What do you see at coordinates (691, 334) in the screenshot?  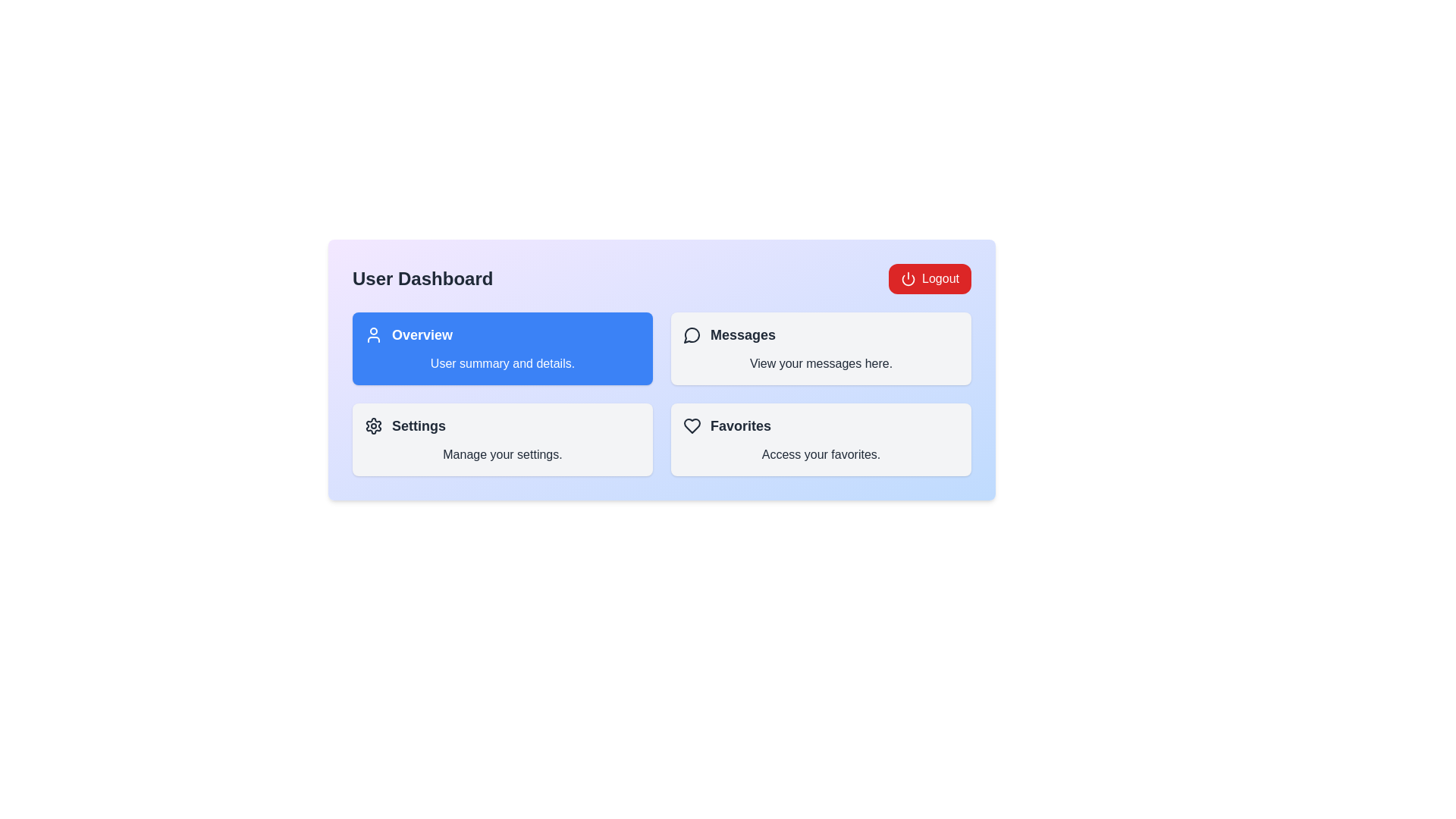 I see `the circular chat bubble icon in the top-right quadrant of the Messages section on the user dashboard as a static visual indicator` at bounding box center [691, 334].